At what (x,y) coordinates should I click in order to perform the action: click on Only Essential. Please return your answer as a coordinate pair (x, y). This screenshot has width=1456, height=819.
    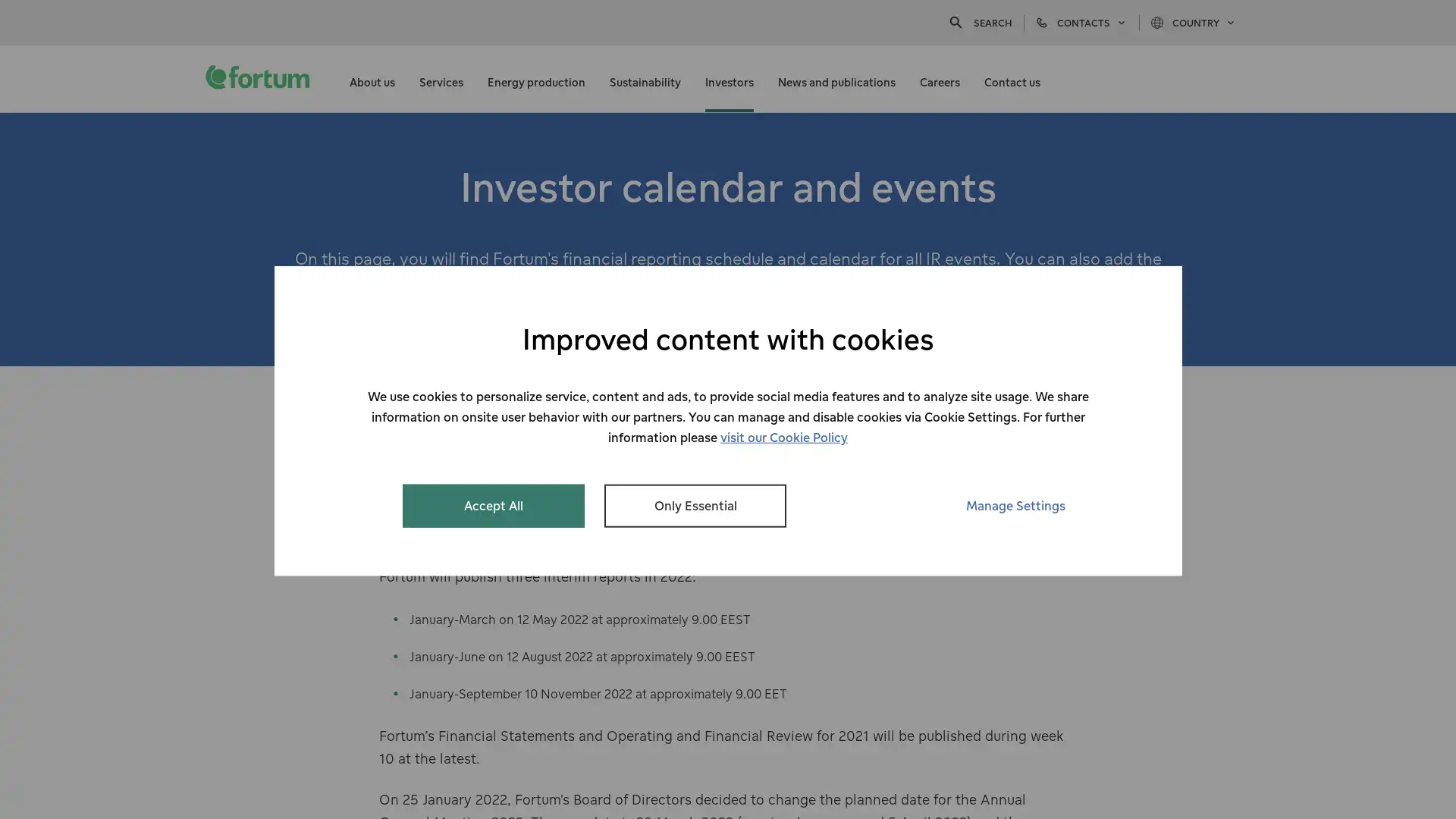
    Looking at the image, I should click on (694, 505).